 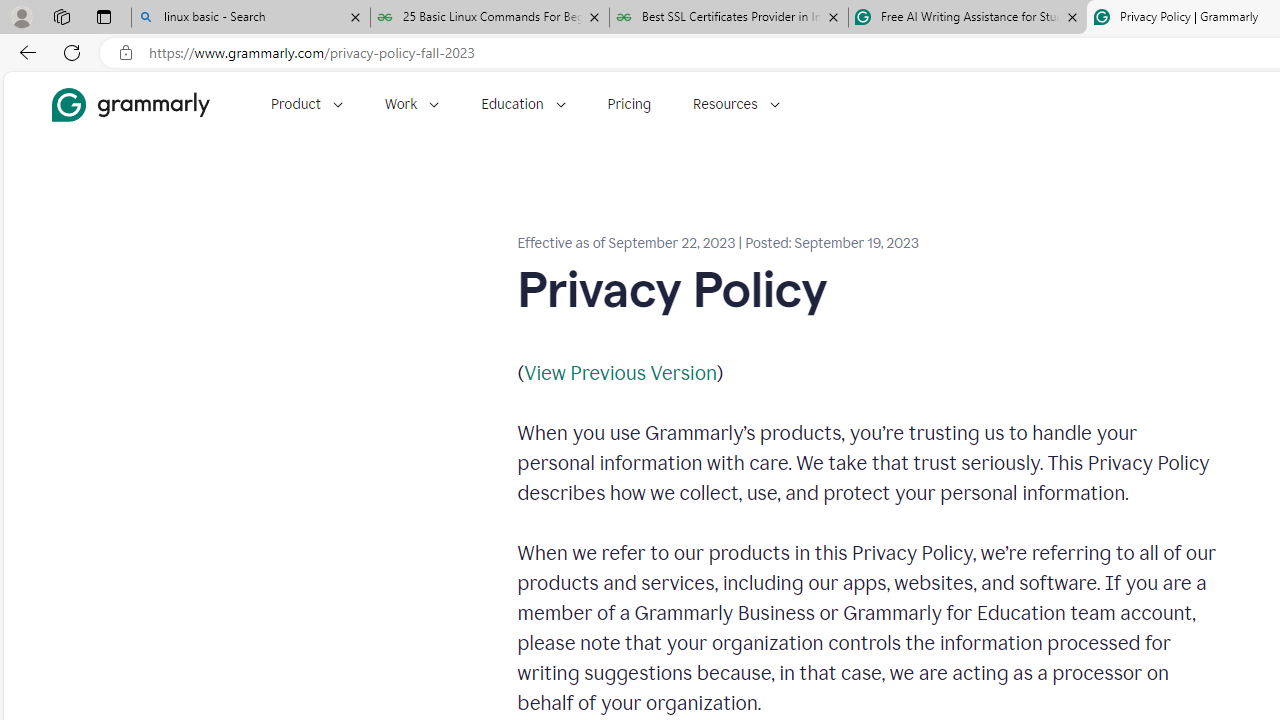 What do you see at coordinates (130, 104) in the screenshot?
I see `'Grammarly Home'` at bounding box center [130, 104].